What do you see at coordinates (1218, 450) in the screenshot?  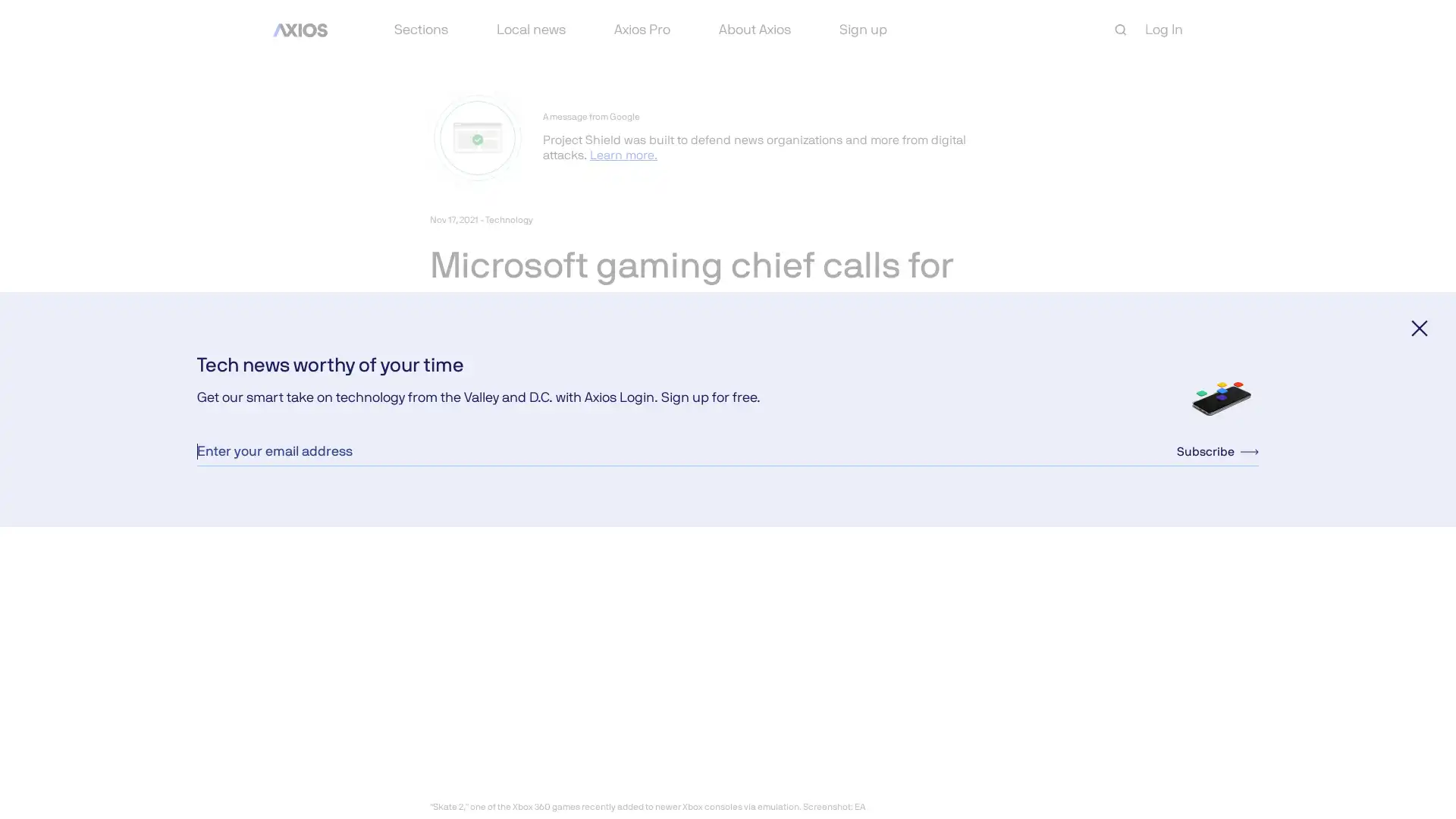 I see `Subscribe` at bounding box center [1218, 450].